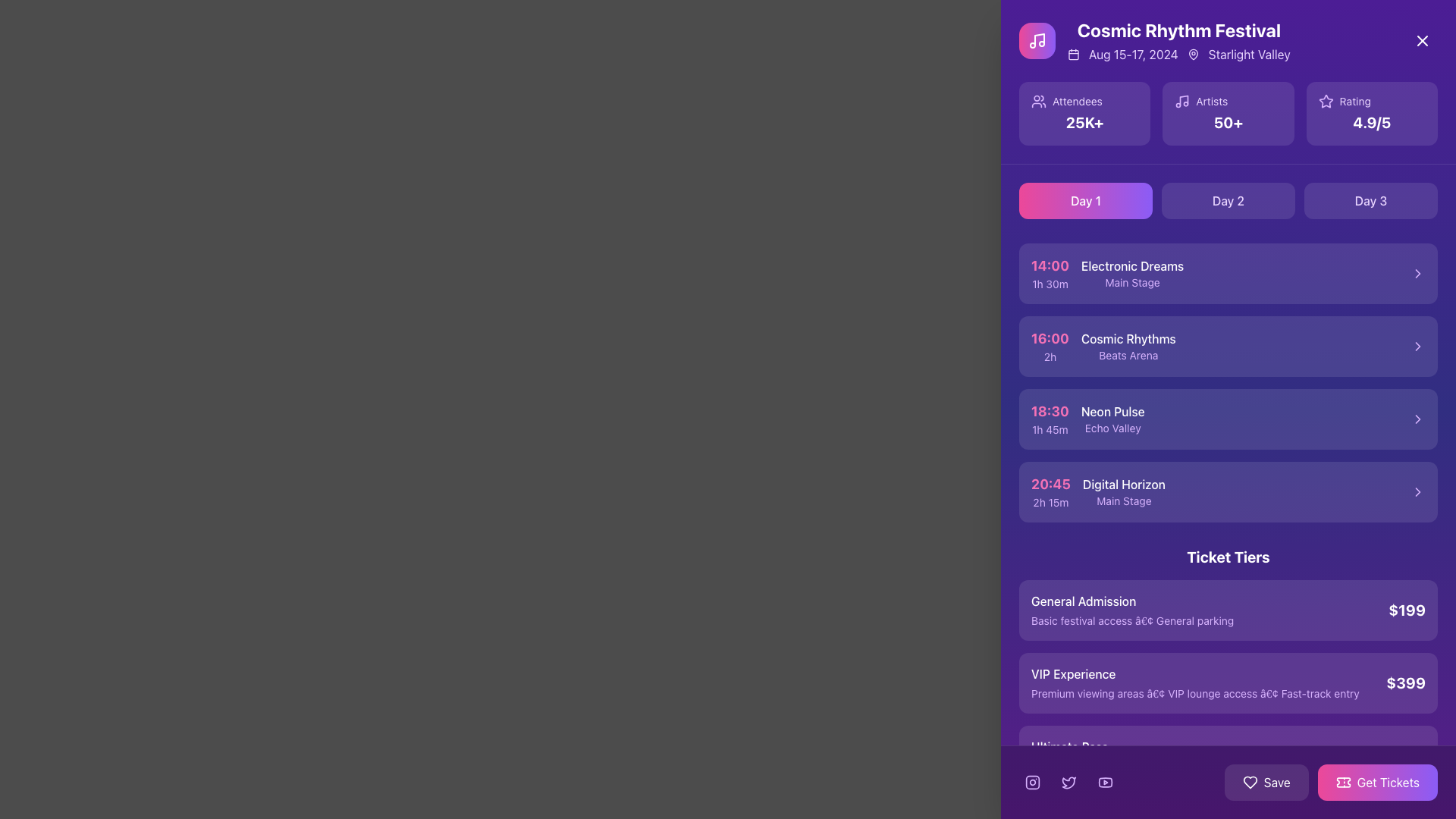 This screenshot has width=1456, height=819. I want to click on the close button located in the upper-right corner of the modal, so click(1422, 40).